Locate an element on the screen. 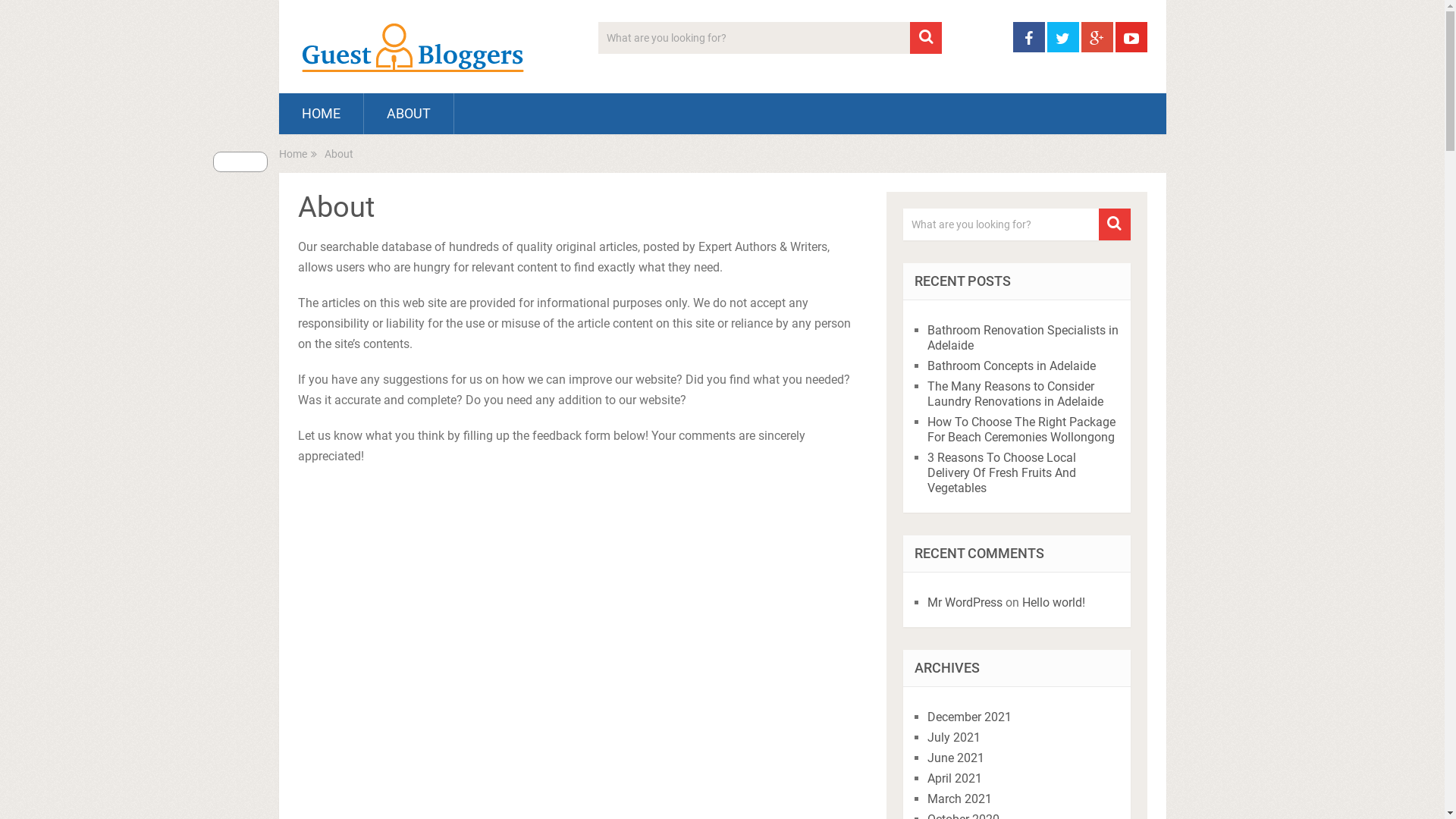 The image size is (1456, 819). 'March 2021' is located at coordinates (927, 798).